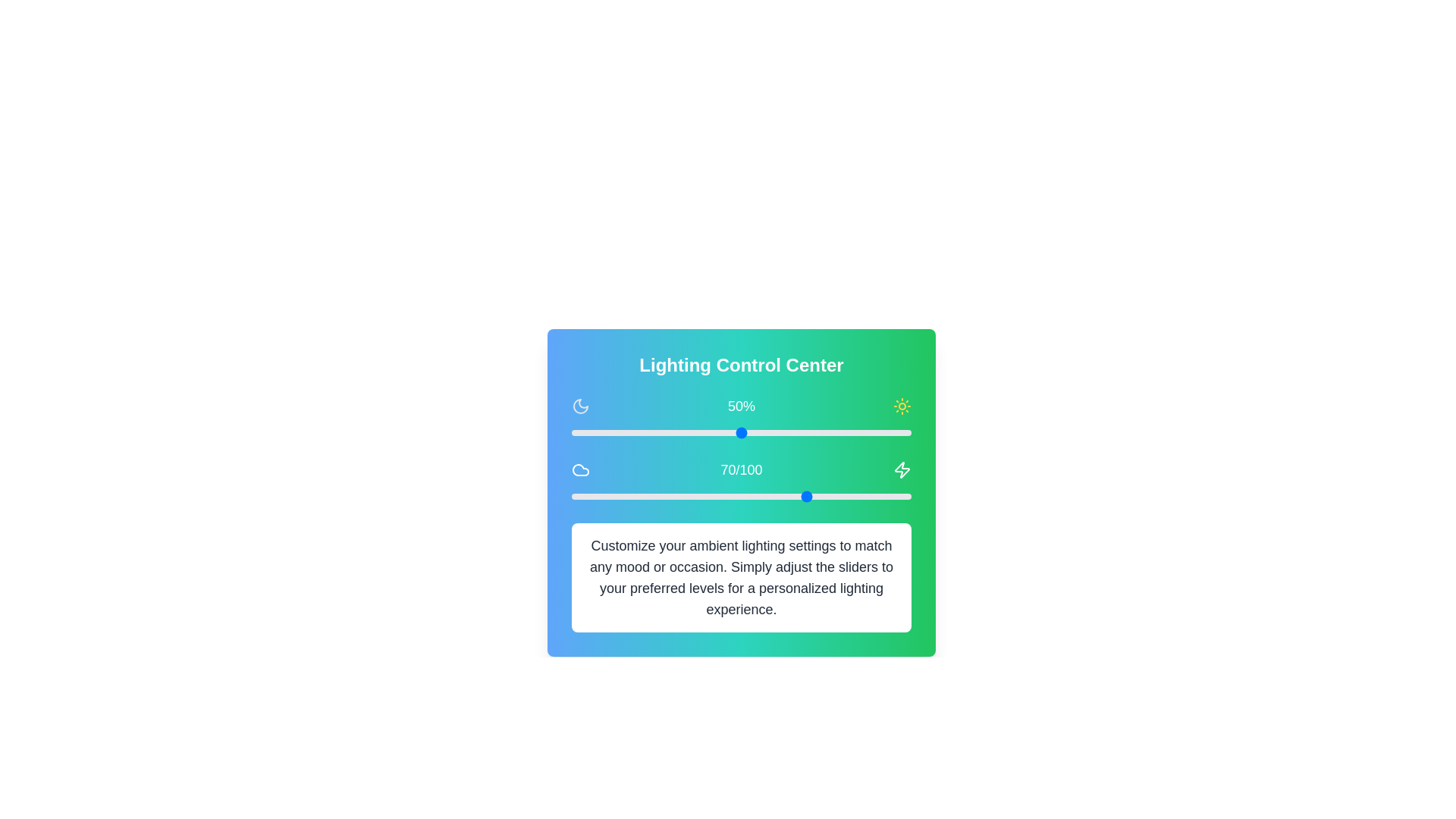 The height and width of the screenshot is (819, 1456). I want to click on the slider to set the value to 93, so click(887, 432).